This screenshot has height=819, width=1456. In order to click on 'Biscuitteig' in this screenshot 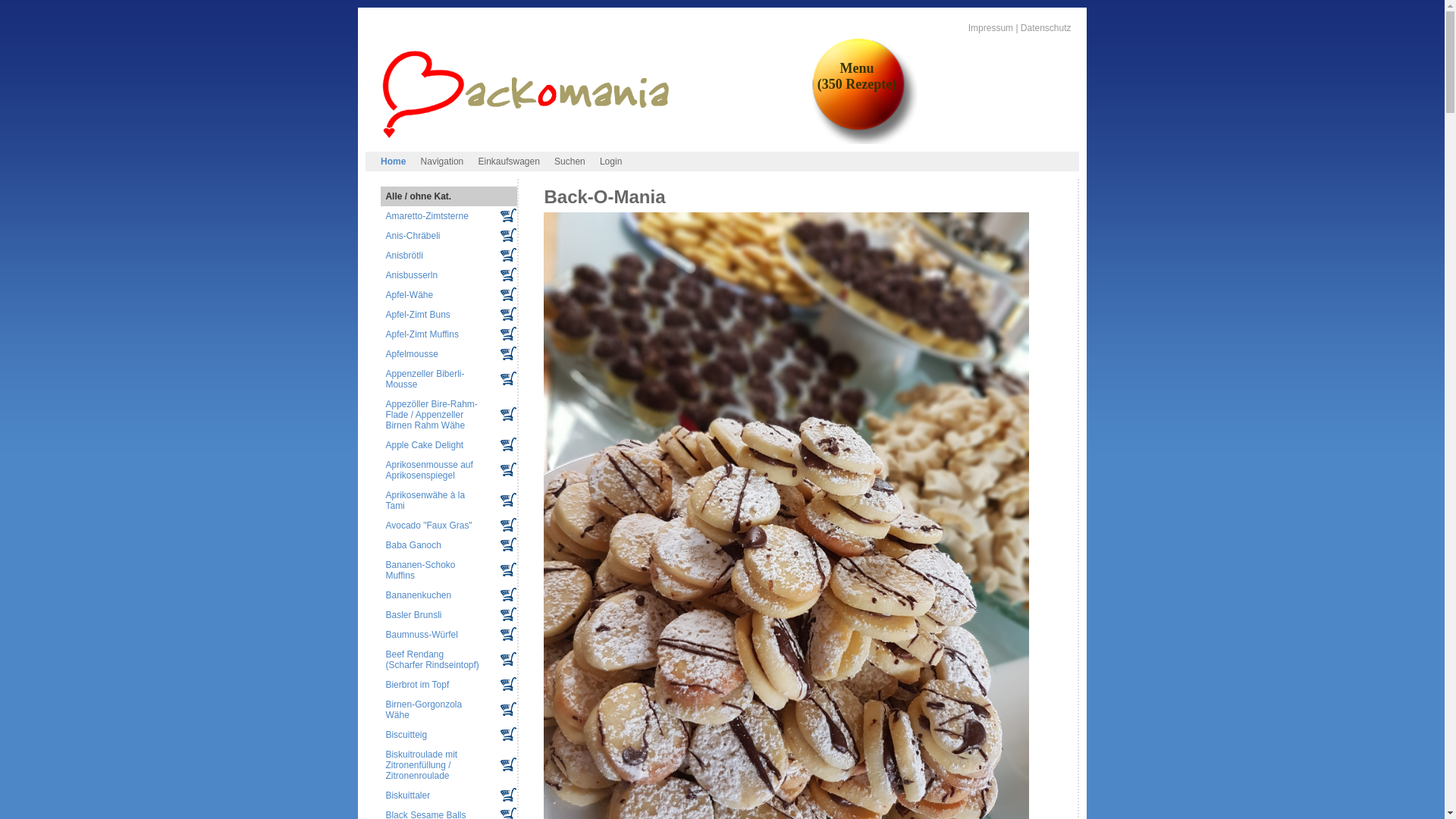, I will do `click(406, 733)`.